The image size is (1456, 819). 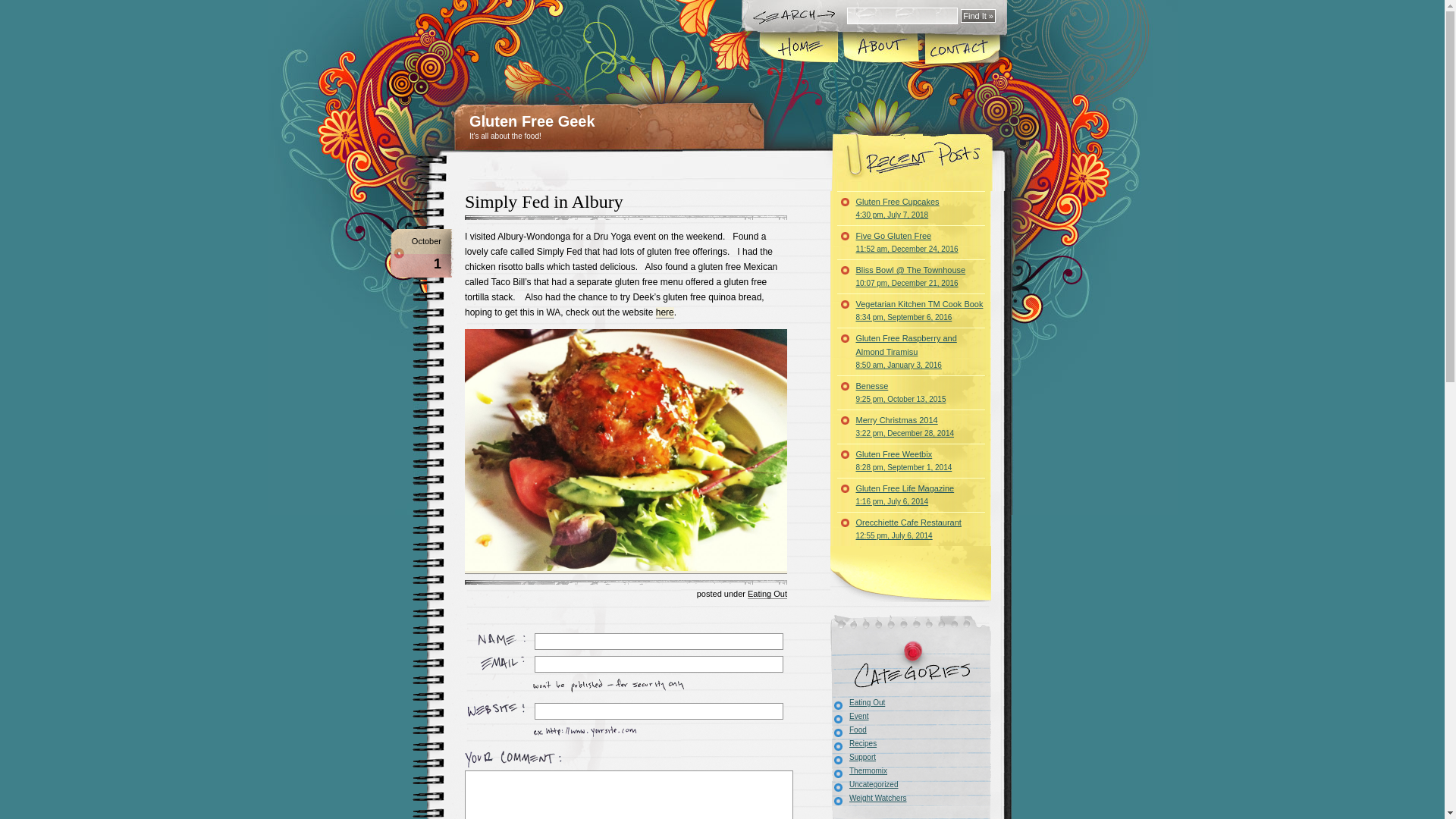 What do you see at coordinates (960, 48) in the screenshot?
I see `'Contact Me'` at bounding box center [960, 48].